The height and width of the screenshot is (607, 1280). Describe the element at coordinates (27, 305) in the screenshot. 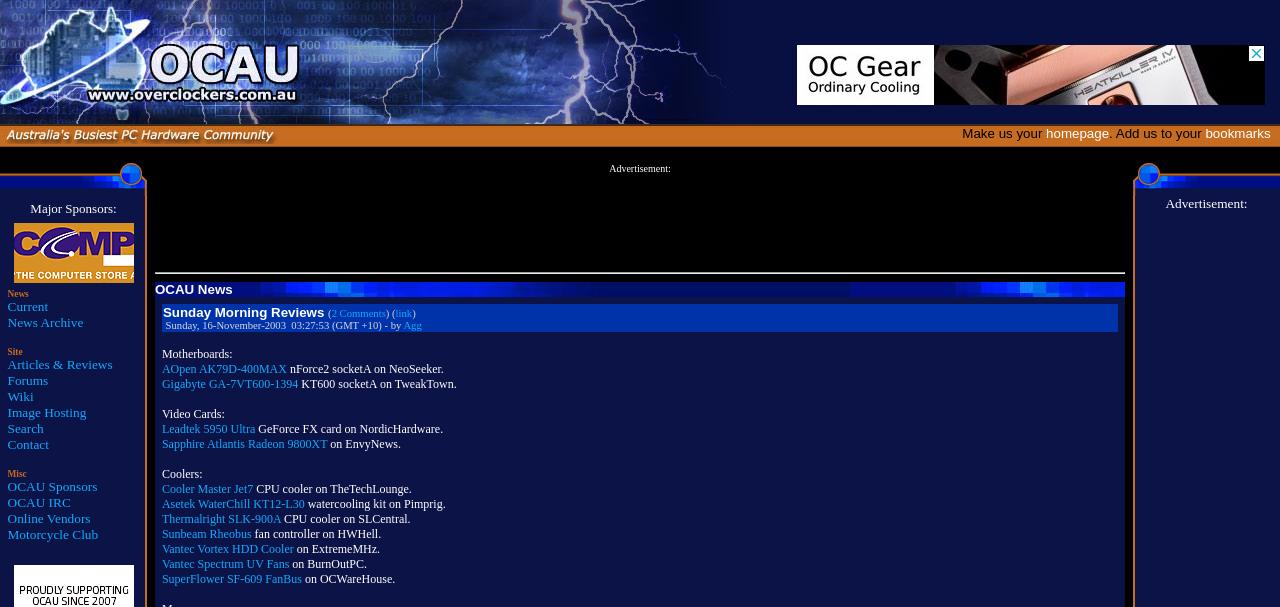

I see `'Current'` at that location.